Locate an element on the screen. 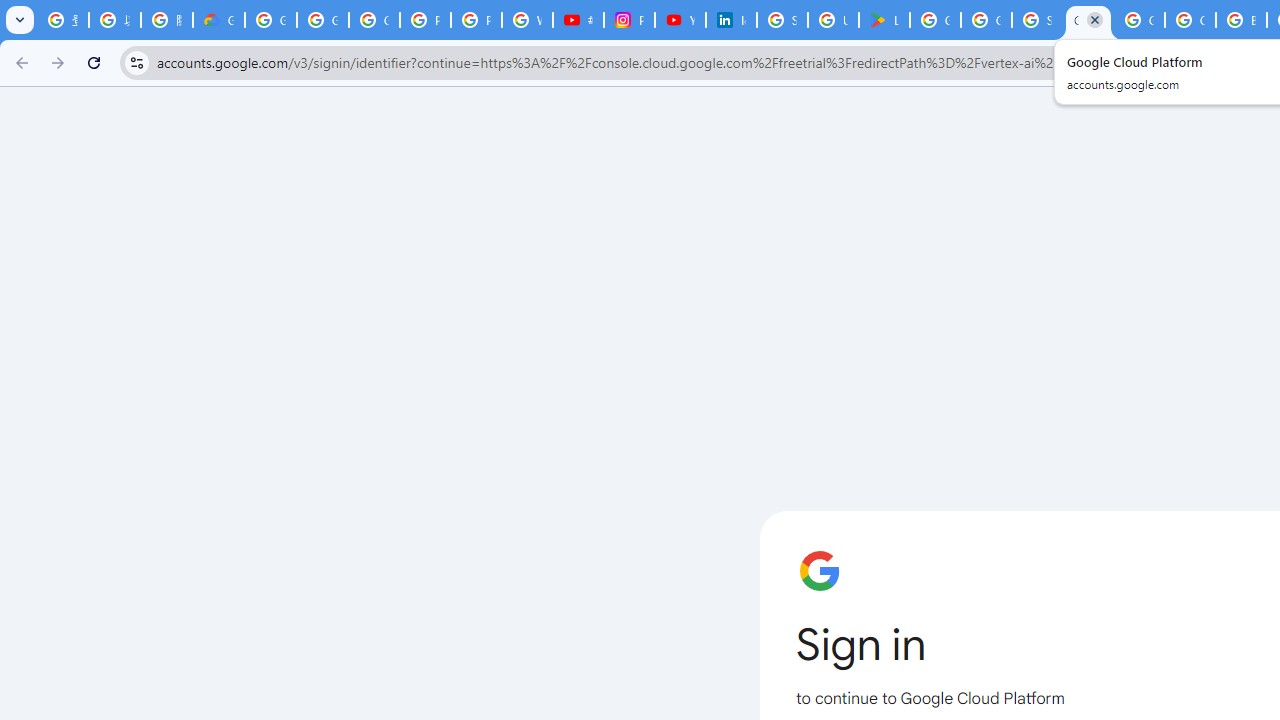 The height and width of the screenshot is (720, 1280). 'Last Shelter: Survival - Apps on Google Play' is located at coordinates (883, 20).